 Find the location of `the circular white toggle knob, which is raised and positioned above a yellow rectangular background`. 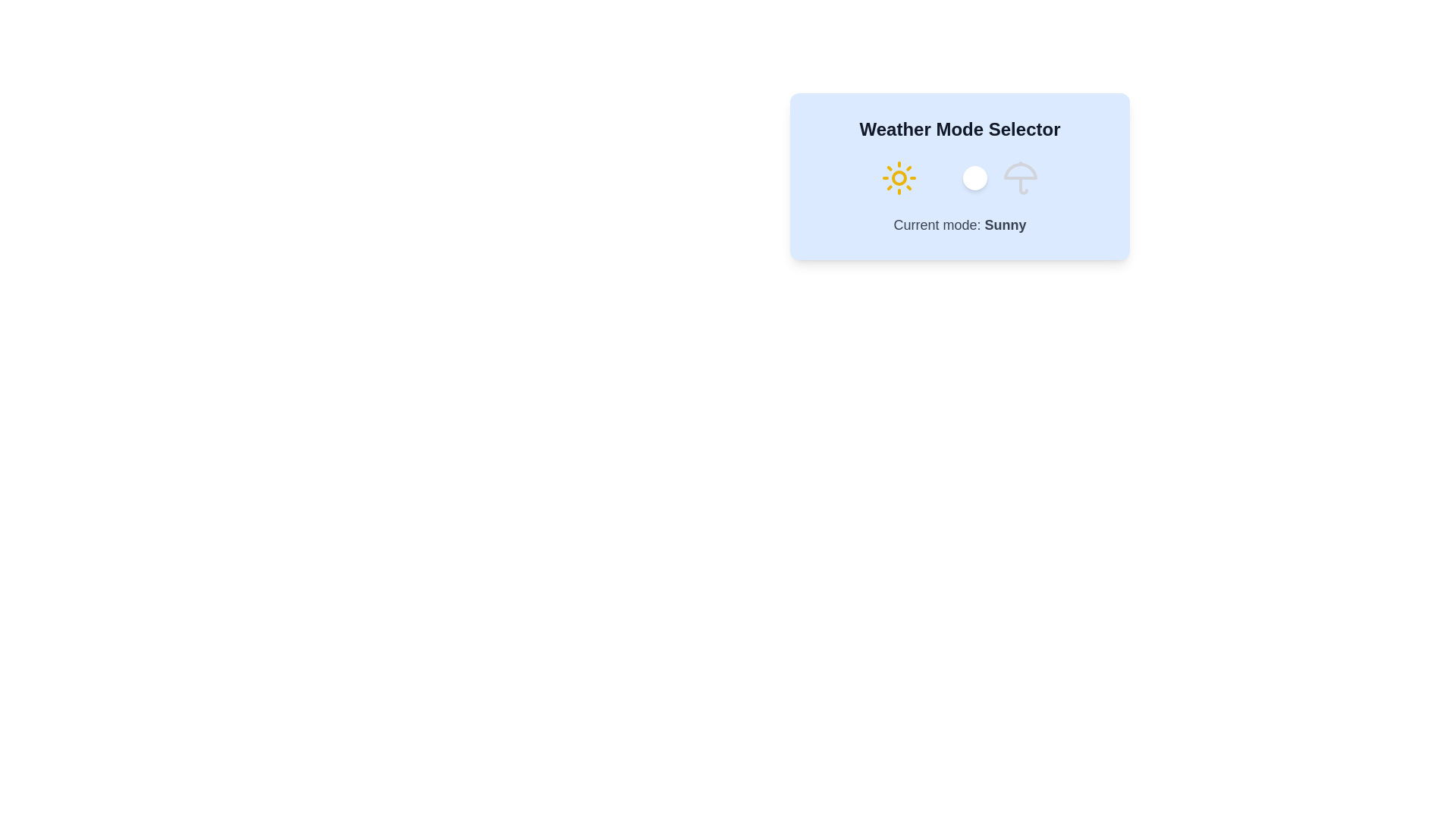

the circular white toggle knob, which is raised and positioned above a yellow rectangular background is located at coordinates (975, 177).